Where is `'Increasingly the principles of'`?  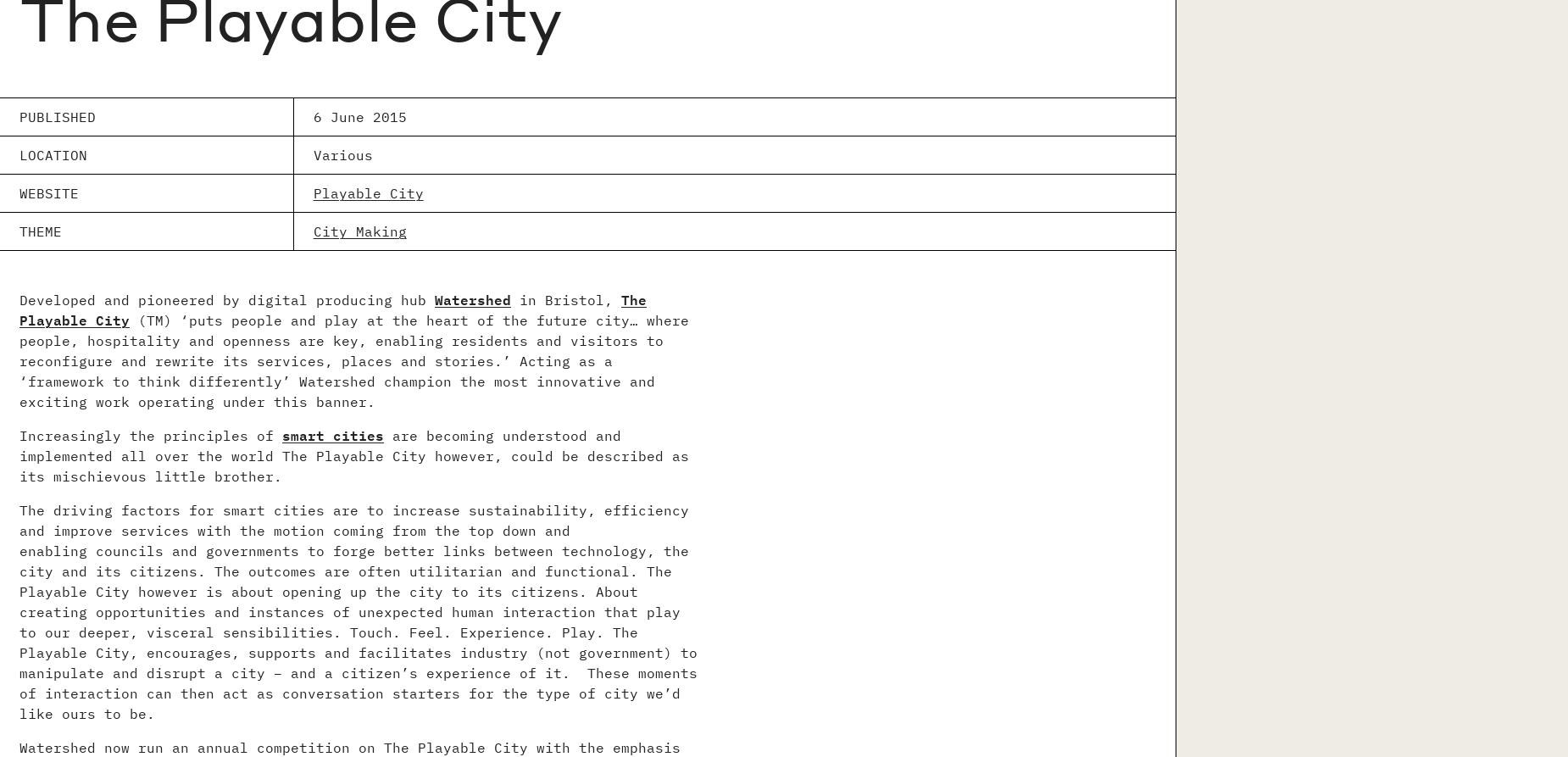 'Increasingly the principles of' is located at coordinates (149, 435).